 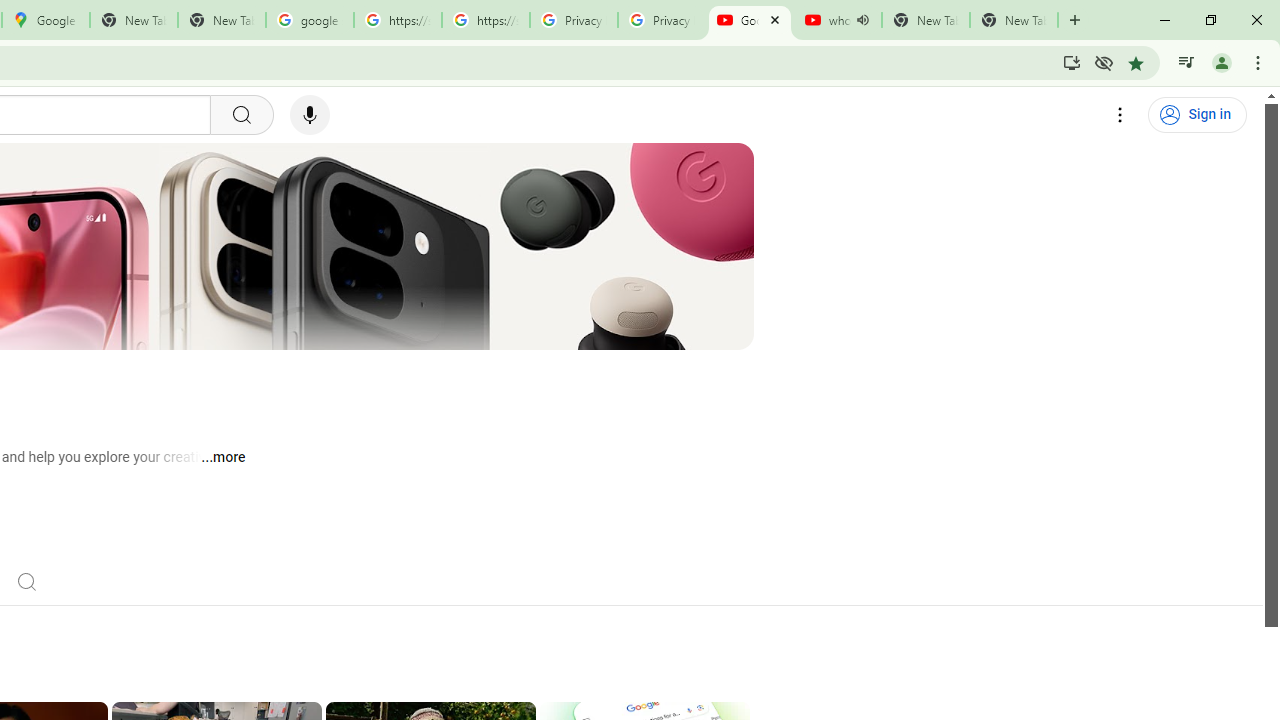 I want to click on 'Third-party cookies blocked', so click(x=1103, y=61).